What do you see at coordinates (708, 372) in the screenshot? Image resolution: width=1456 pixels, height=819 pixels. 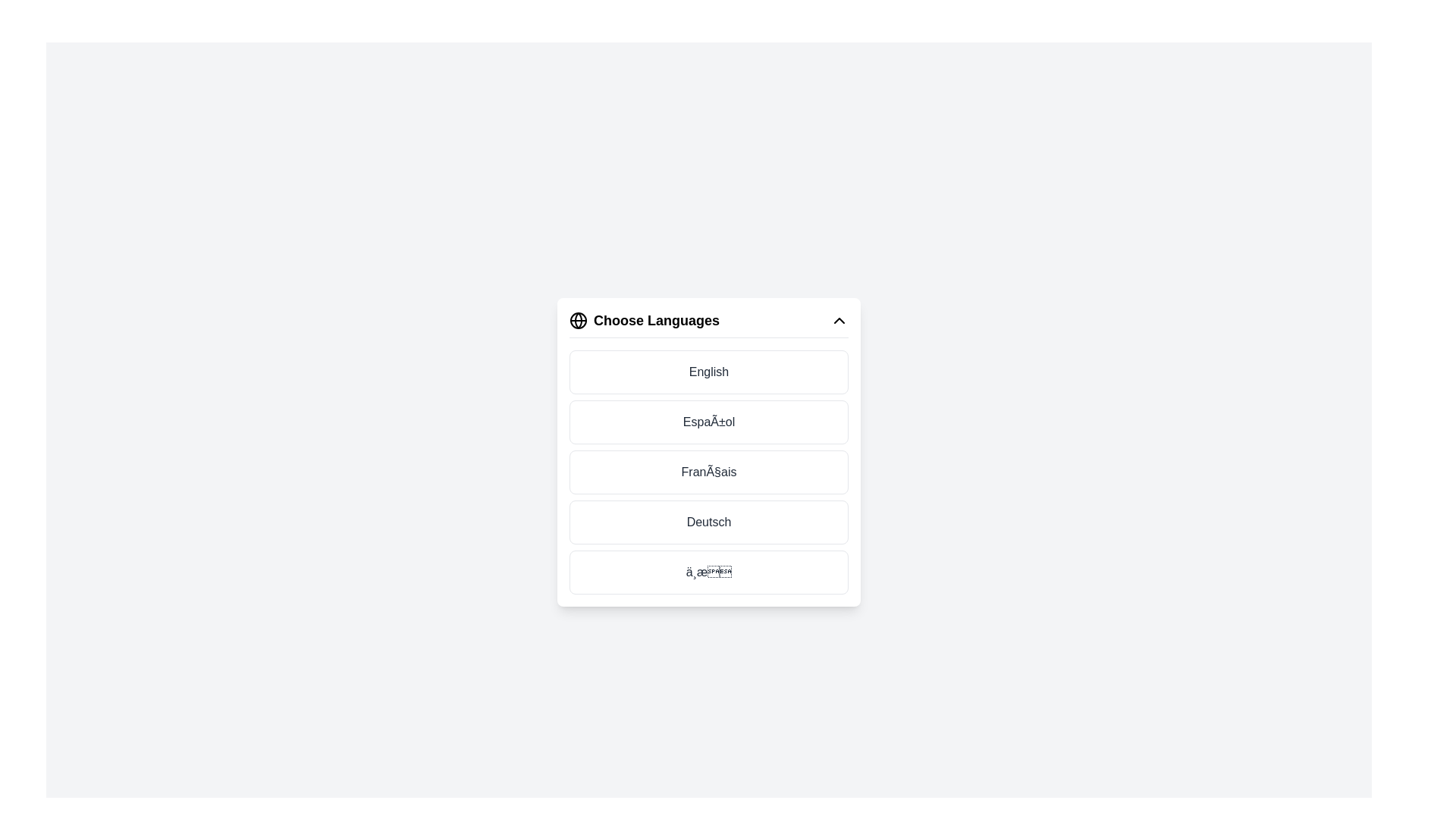 I see `keyboard navigation` at bounding box center [708, 372].